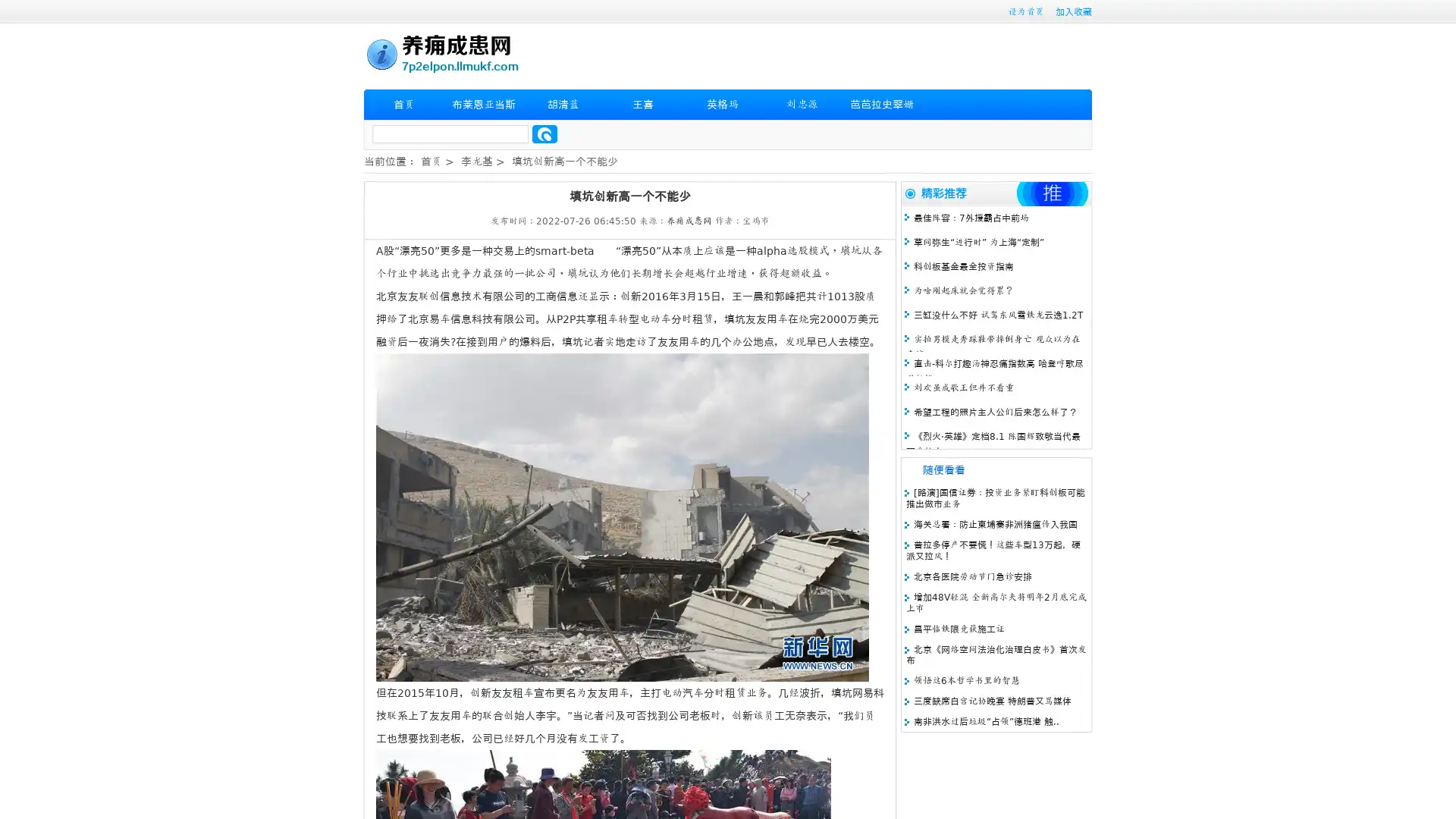  What do you see at coordinates (544, 133) in the screenshot?
I see `Search` at bounding box center [544, 133].